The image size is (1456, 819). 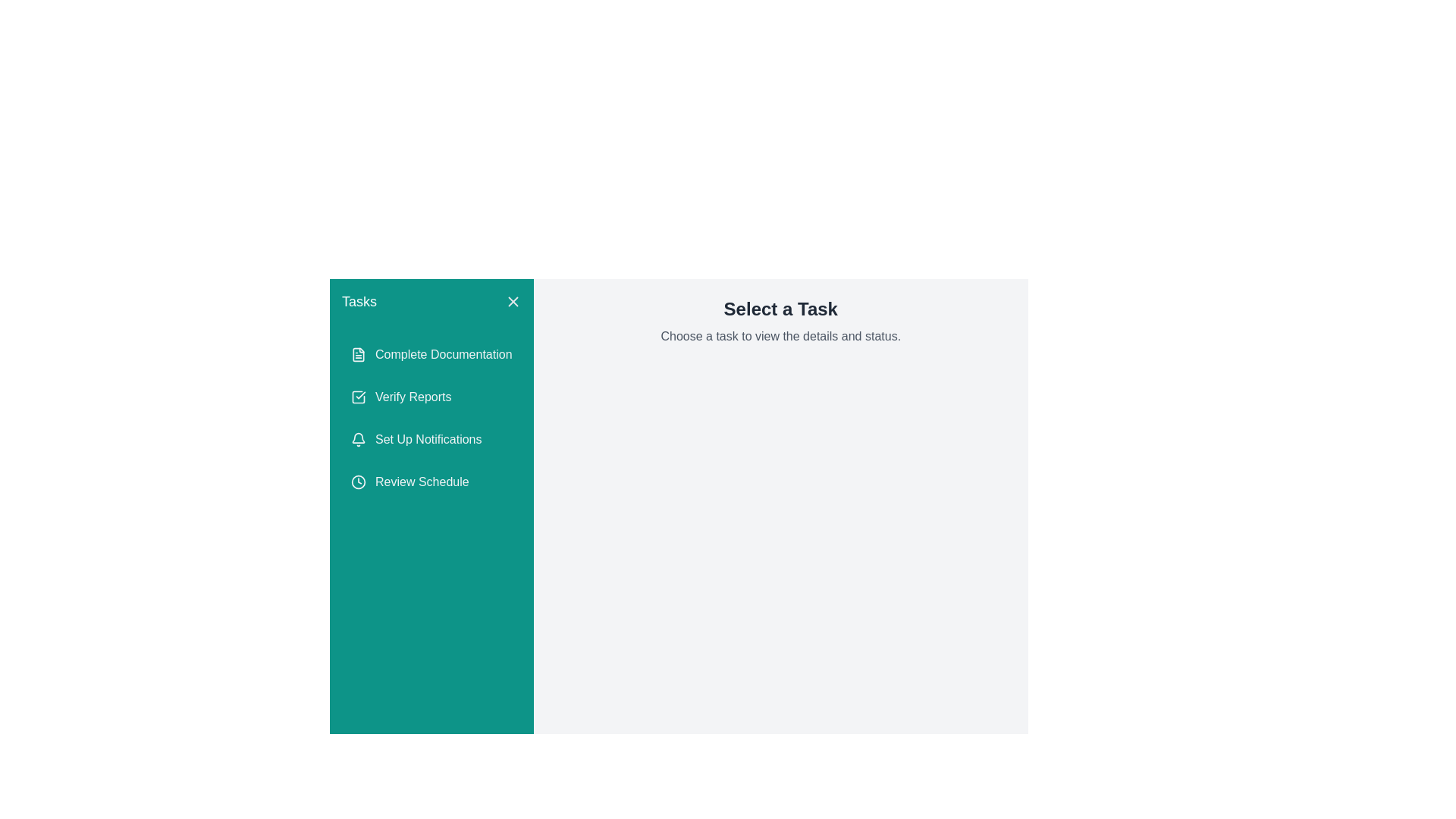 I want to click on the text label displaying 'Complete Documentation', which is styled with a regular font and positioned next to a document icon, so click(x=443, y=354).